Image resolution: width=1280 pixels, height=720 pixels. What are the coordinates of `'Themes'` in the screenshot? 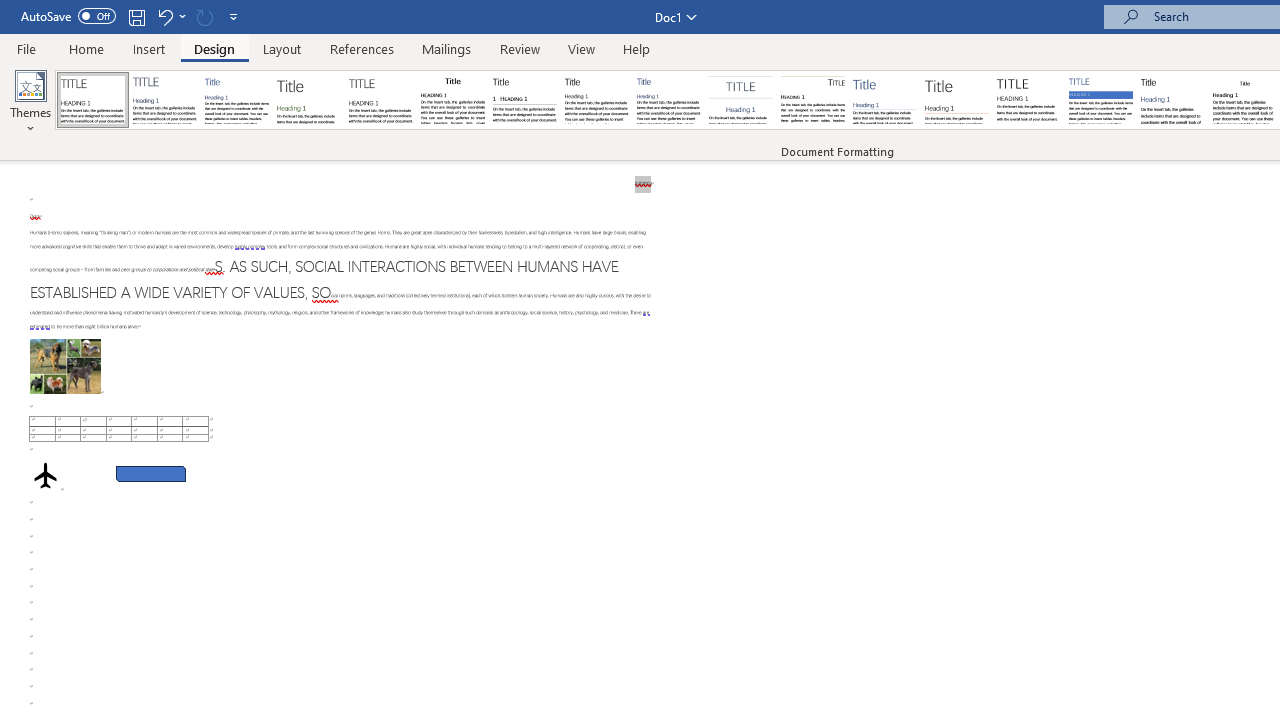 It's located at (30, 103).